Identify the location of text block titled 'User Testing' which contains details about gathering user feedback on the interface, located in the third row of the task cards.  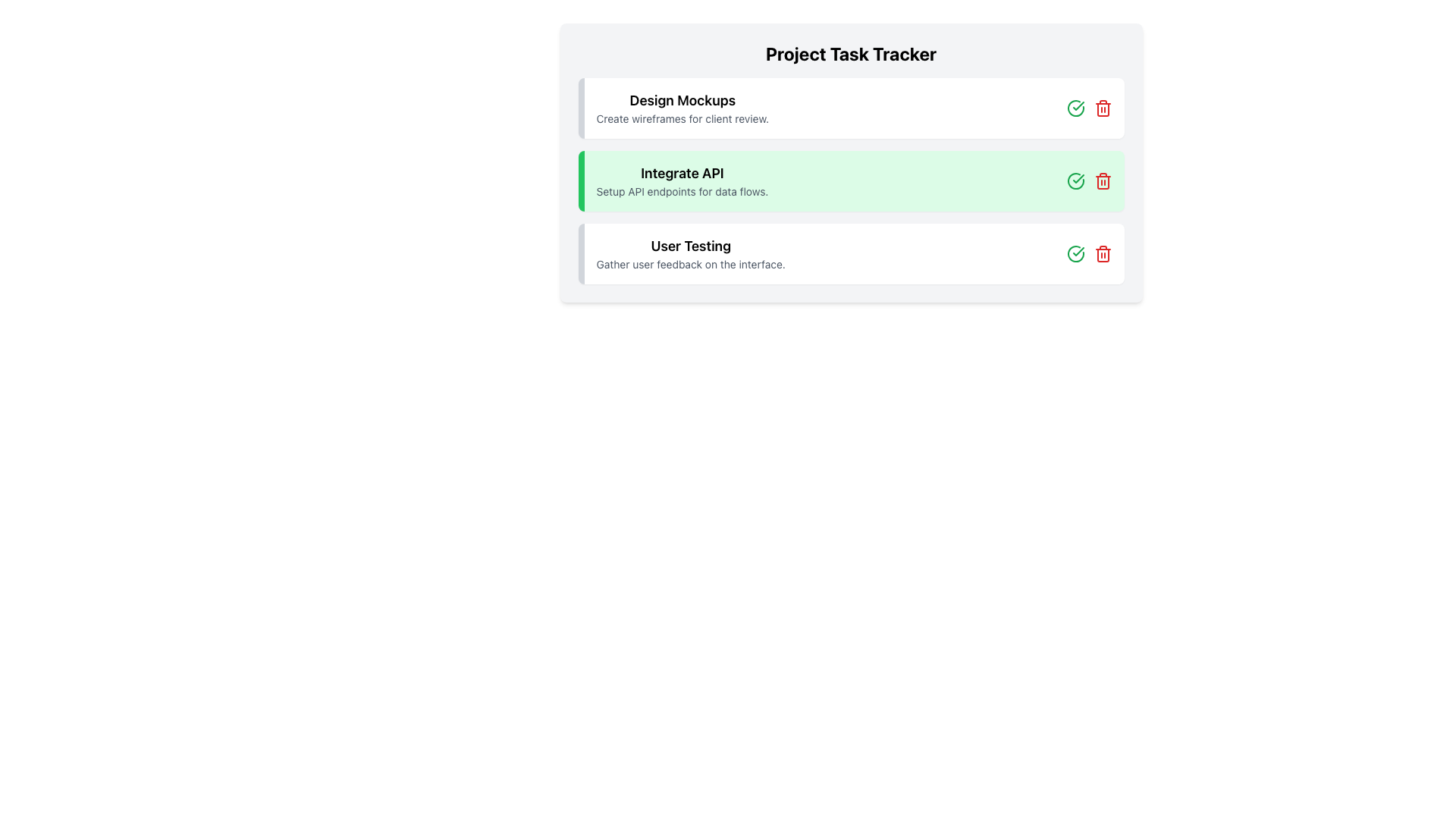
(690, 253).